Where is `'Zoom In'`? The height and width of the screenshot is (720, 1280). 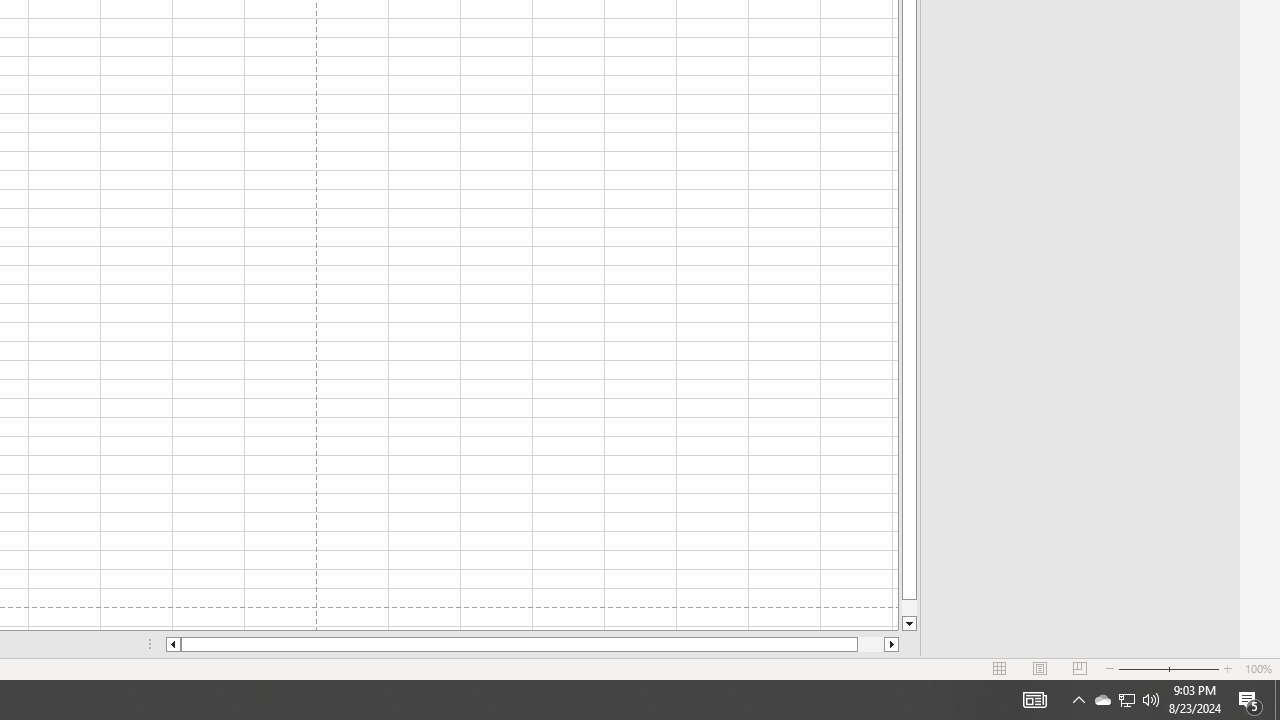 'Zoom In' is located at coordinates (1226, 669).